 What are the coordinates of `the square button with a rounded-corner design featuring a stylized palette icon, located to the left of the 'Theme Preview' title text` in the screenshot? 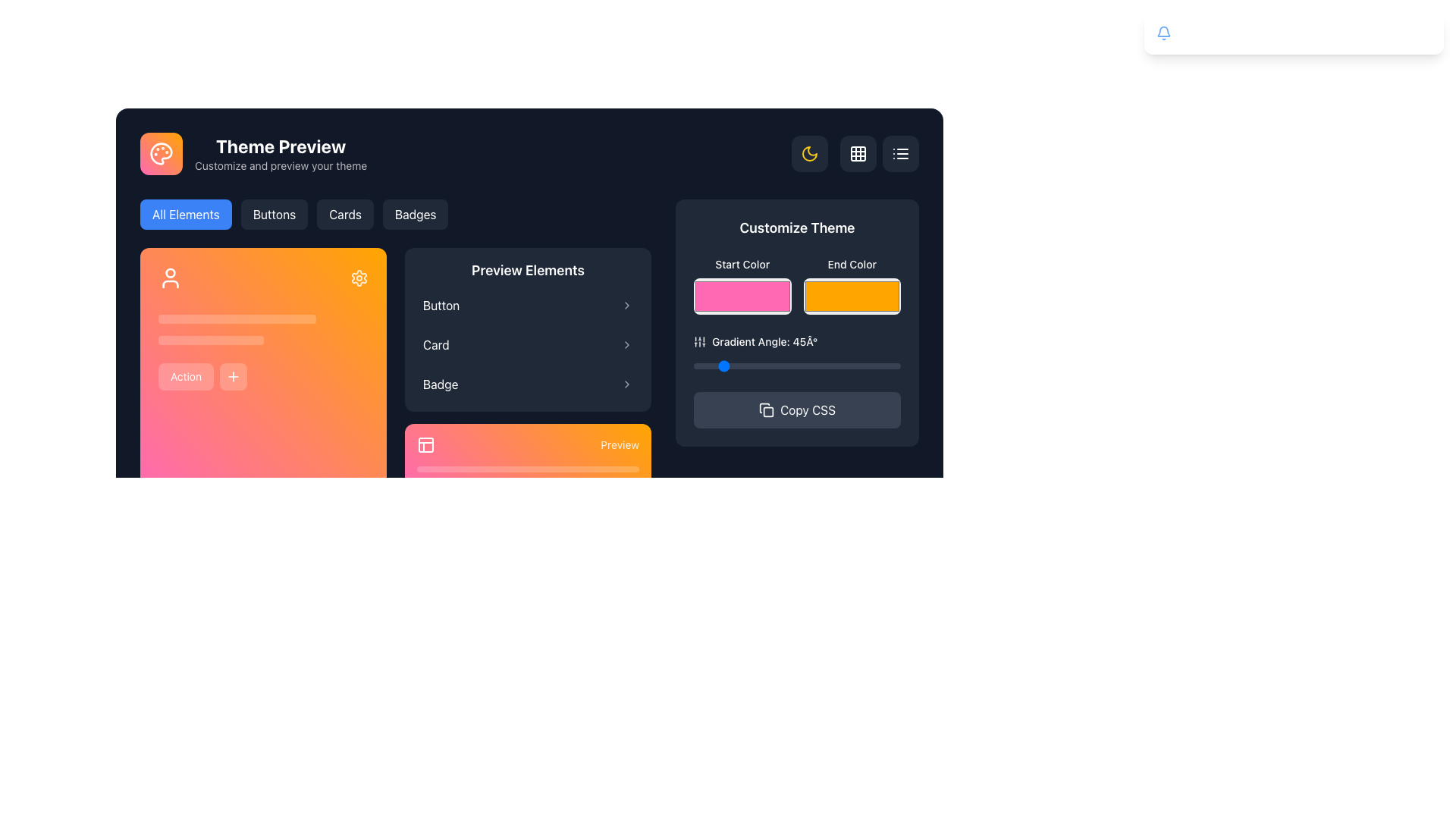 It's located at (161, 154).